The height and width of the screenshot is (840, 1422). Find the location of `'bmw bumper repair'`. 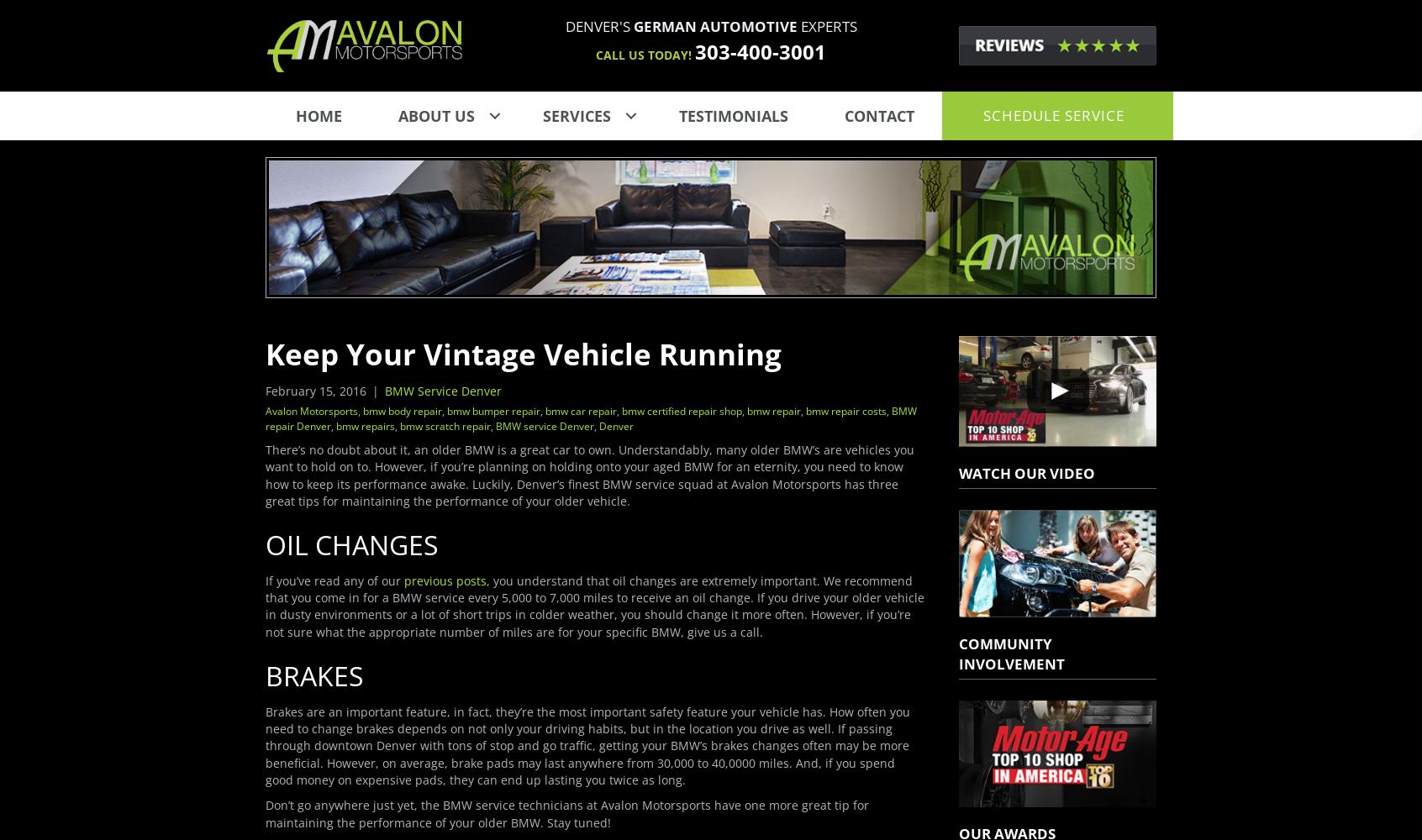

'bmw bumper repair' is located at coordinates (492, 410).